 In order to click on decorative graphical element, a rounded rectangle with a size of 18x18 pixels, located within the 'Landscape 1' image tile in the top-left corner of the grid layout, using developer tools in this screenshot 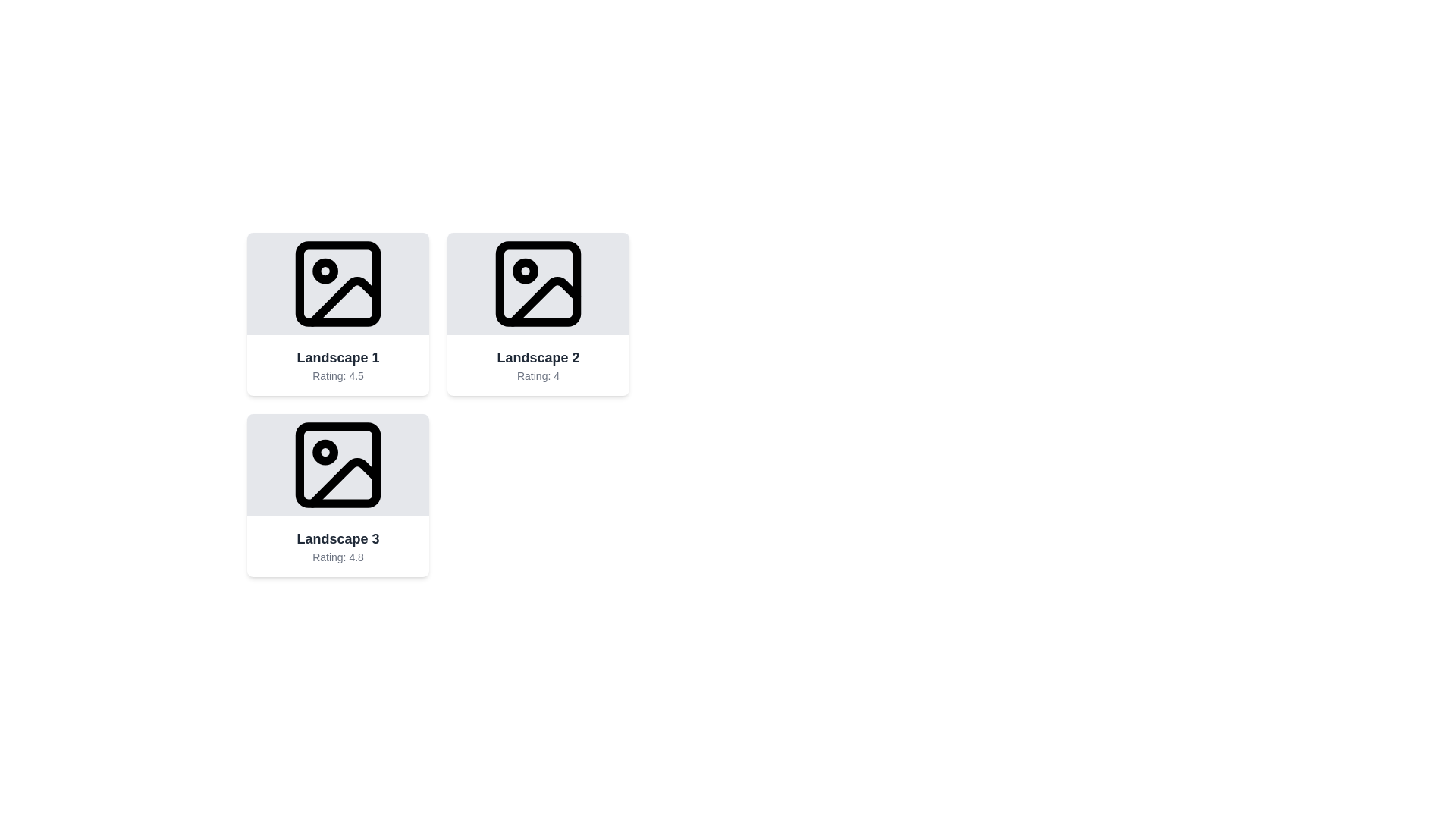, I will do `click(337, 284)`.